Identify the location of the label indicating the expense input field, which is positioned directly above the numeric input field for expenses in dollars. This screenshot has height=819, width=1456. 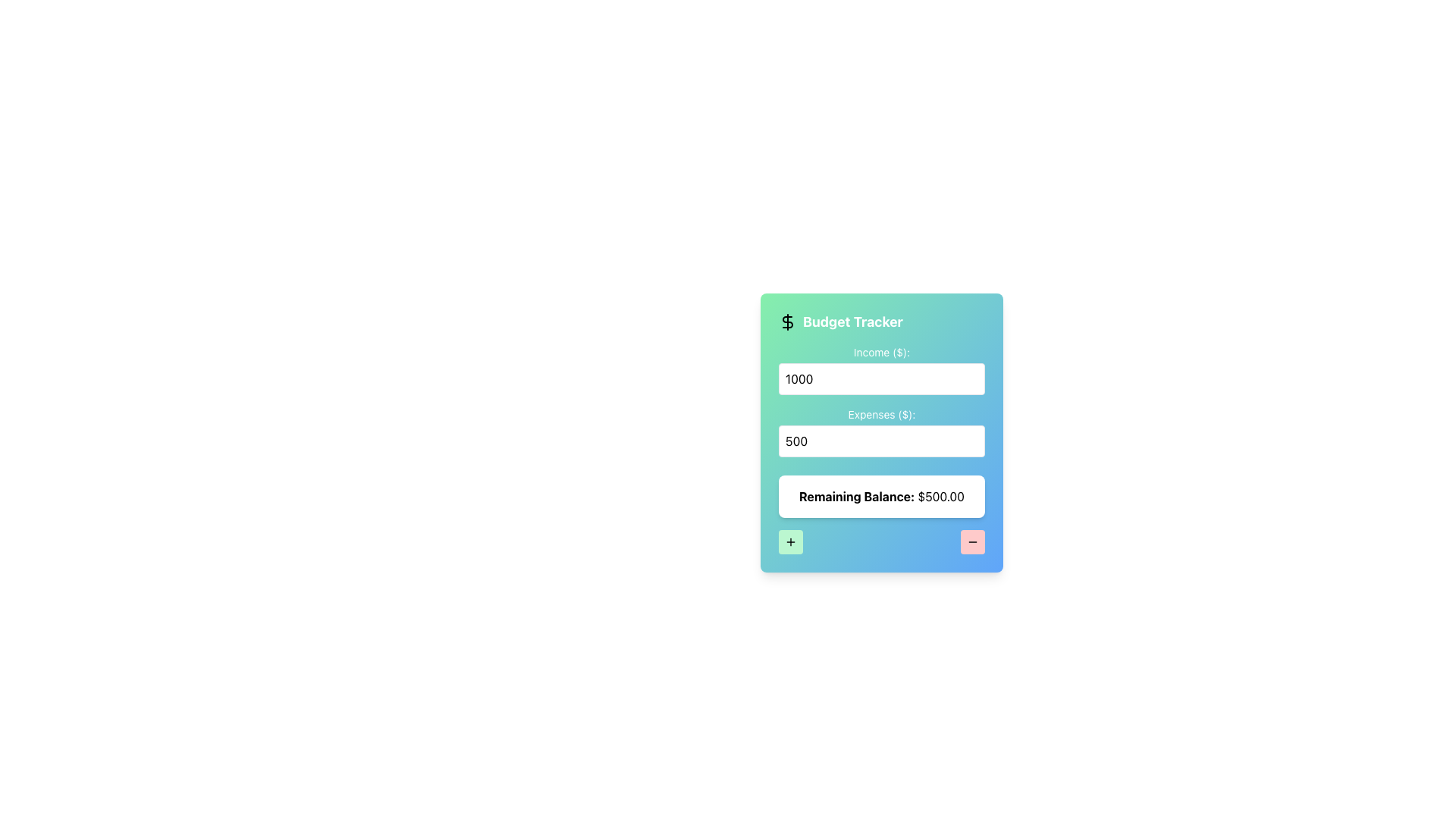
(881, 415).